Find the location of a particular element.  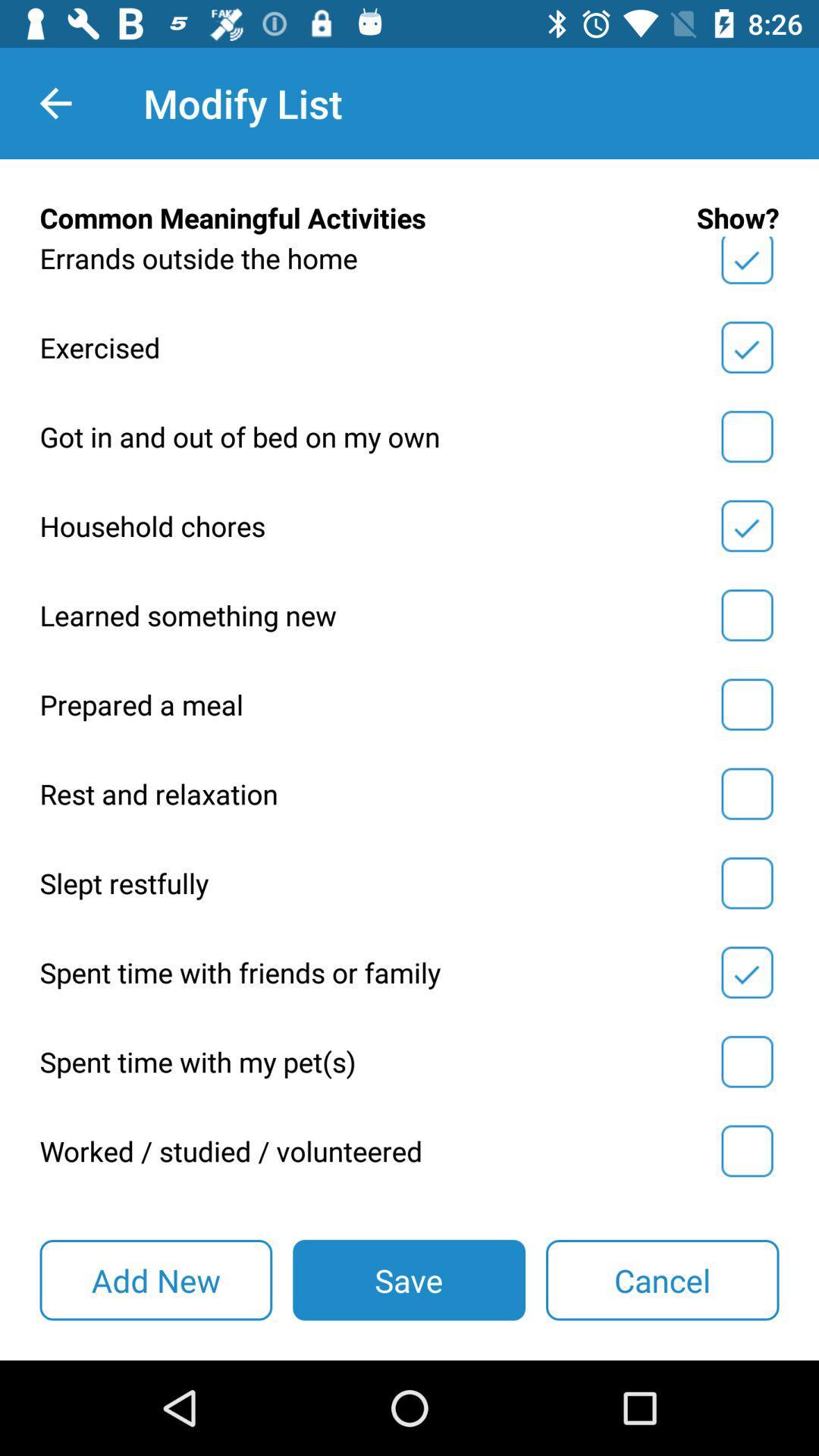

'slept restfully to your list of meaningful activities is located at coordinates (746, 883).